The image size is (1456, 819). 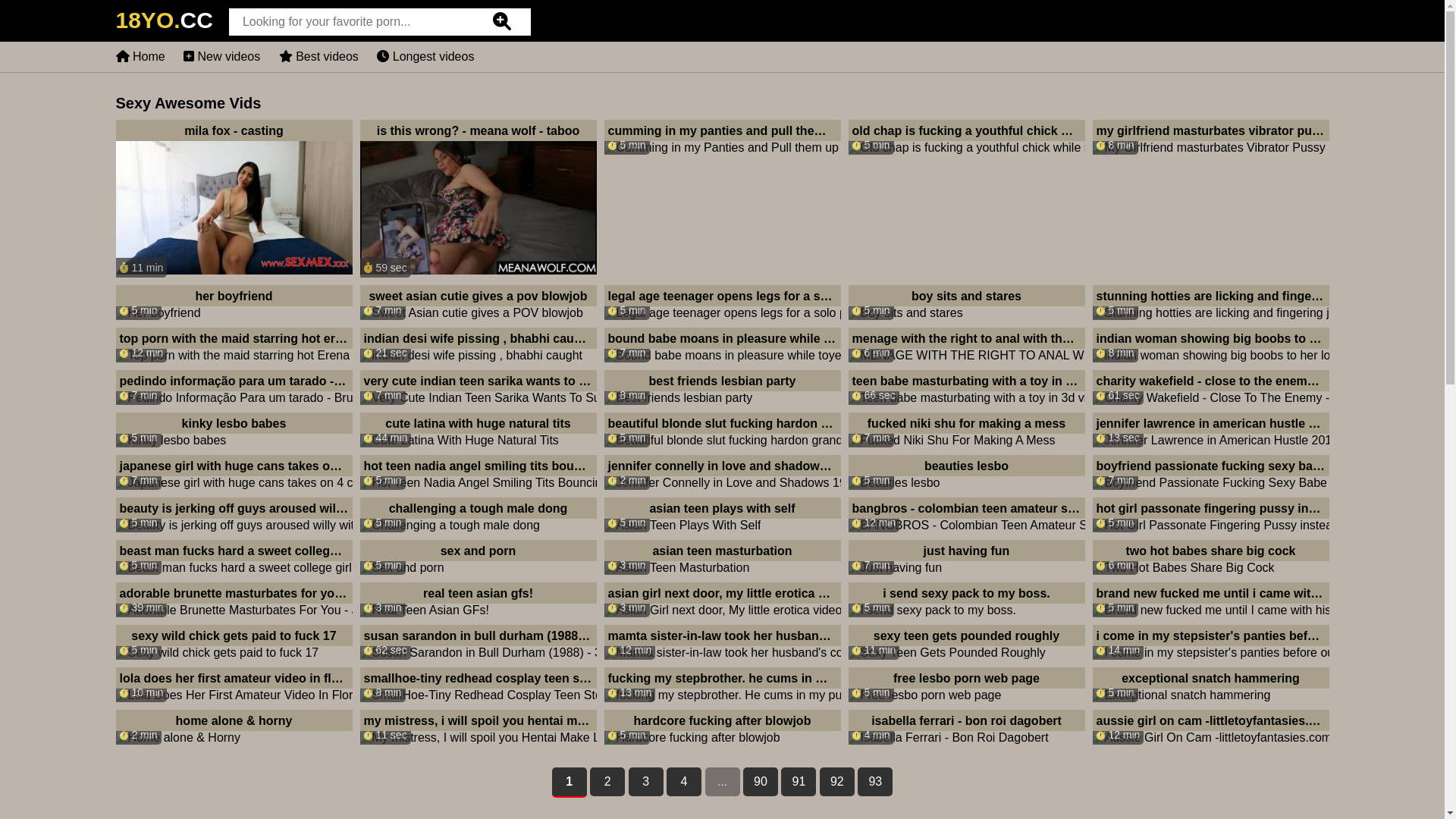 I want to click on '7 min, so click(x=720, y=345).